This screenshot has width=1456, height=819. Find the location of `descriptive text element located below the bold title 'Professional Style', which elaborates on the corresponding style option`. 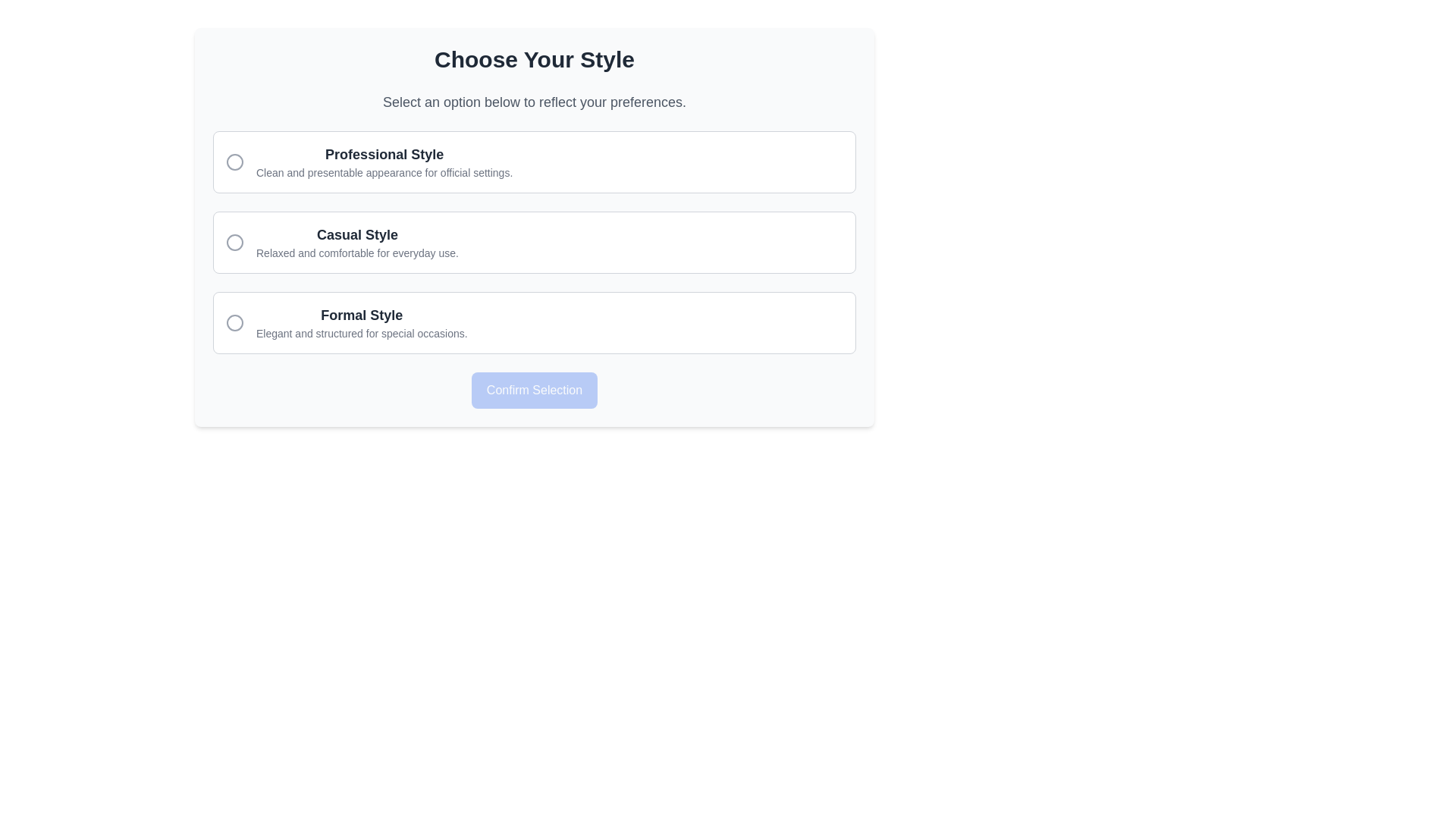

descriptive text element located below the bold title 'Professional Style', which elaborates on the corresponding style option is located at coordinates (384, 171).